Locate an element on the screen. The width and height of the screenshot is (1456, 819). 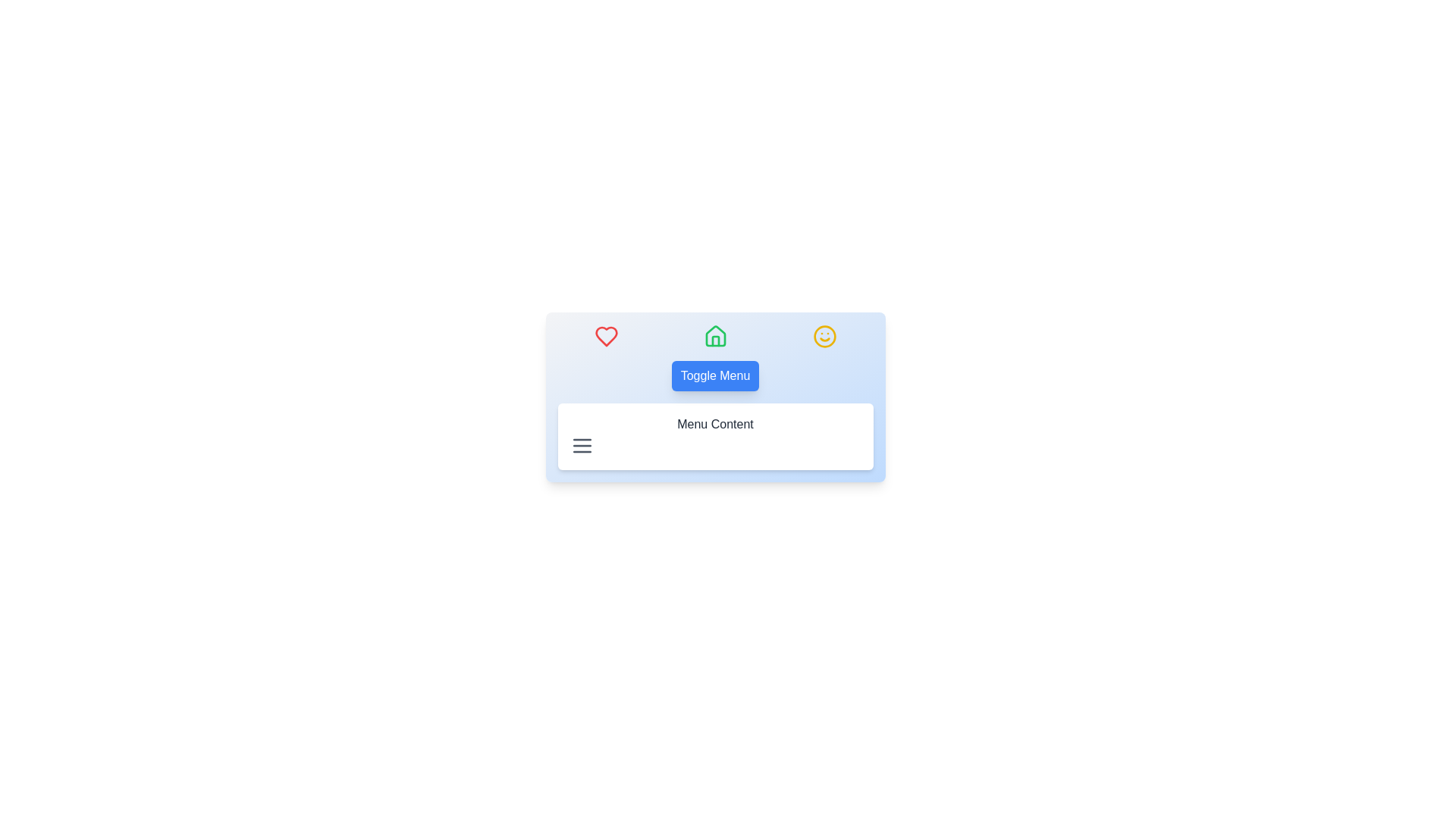
the central icon in the row of three icons, which serves as a button or link to the home or main page is located at coordinates (714, 335).